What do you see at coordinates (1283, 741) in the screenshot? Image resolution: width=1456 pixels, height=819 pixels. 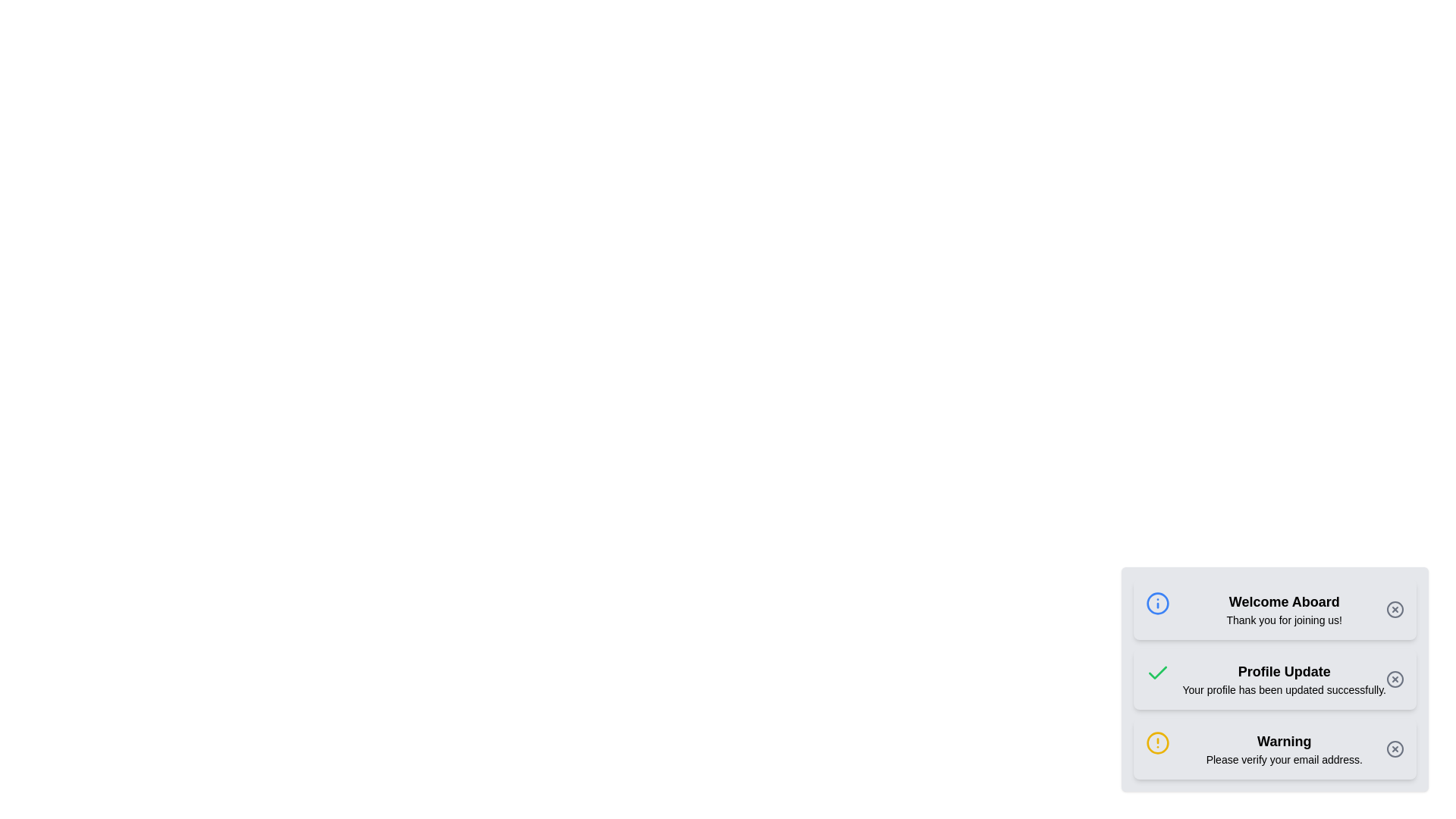 I see `the notification title text label located in the third notification box, positioned above the smaller text 'Please verify your email address.'` at bounding box center [1283, 741].